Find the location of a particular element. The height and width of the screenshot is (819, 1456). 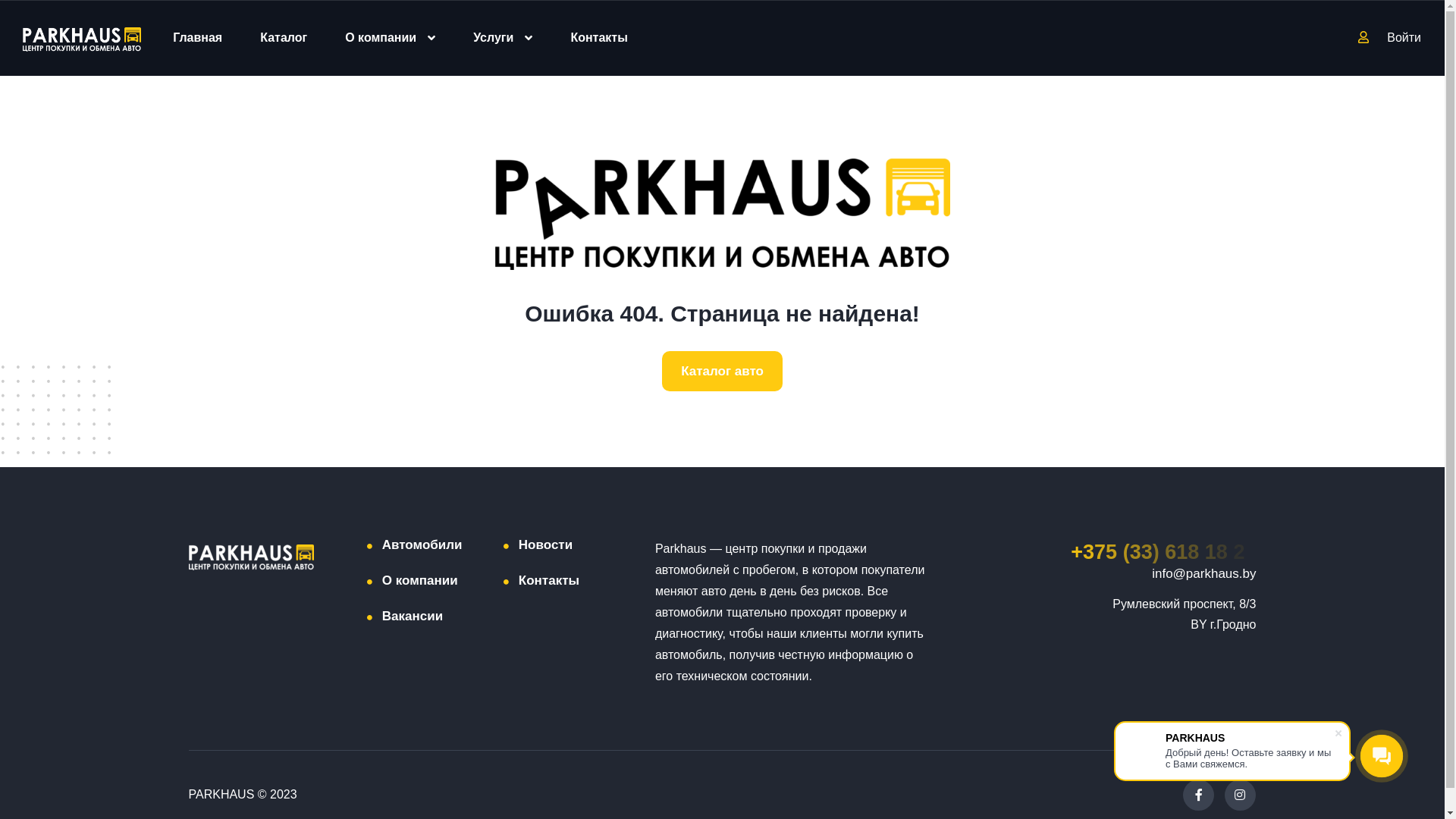

'info@parkhaus.by' is located at coordinates (1203, 573).